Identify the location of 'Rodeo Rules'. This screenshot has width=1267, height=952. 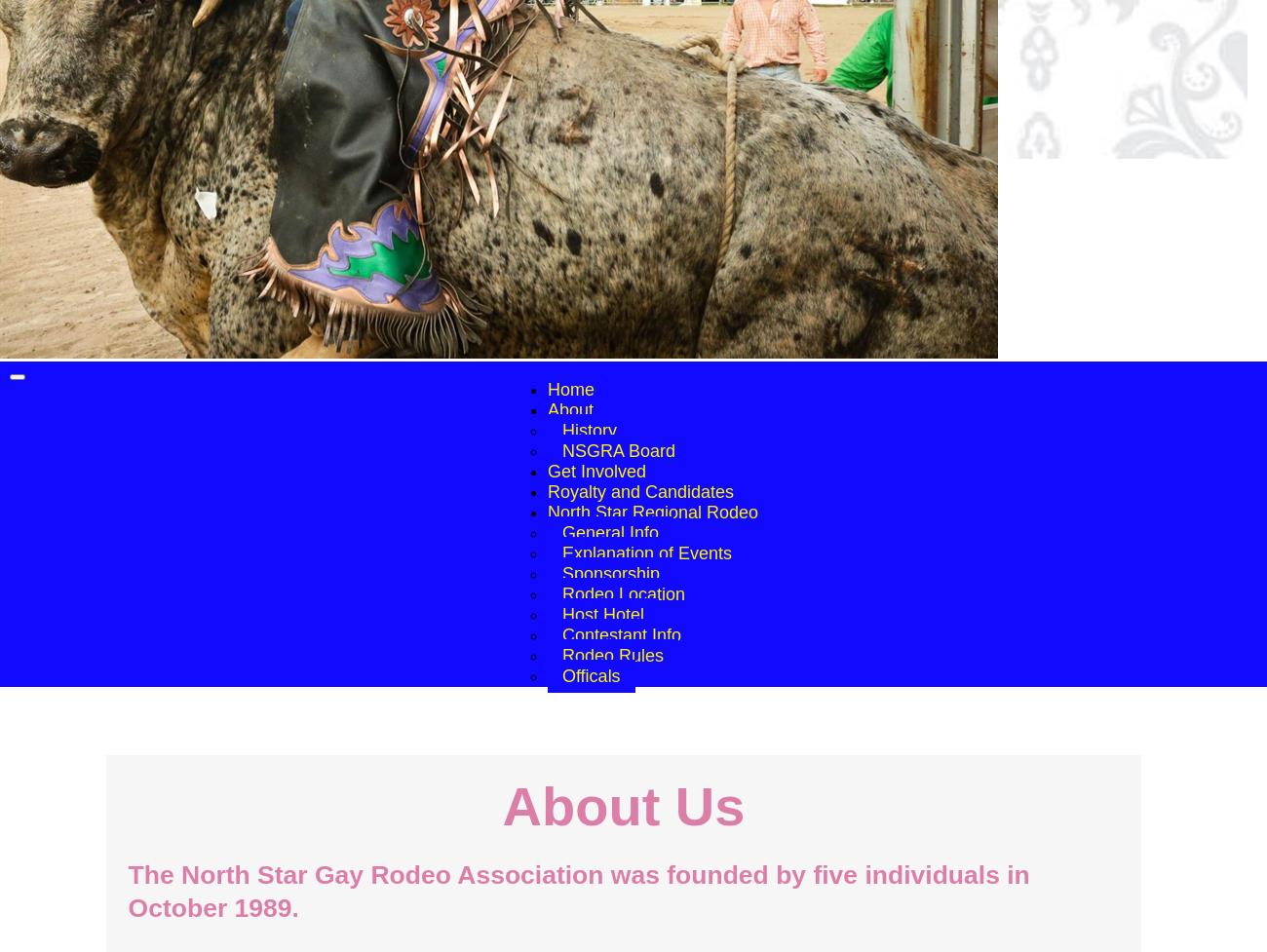
(612, 655).